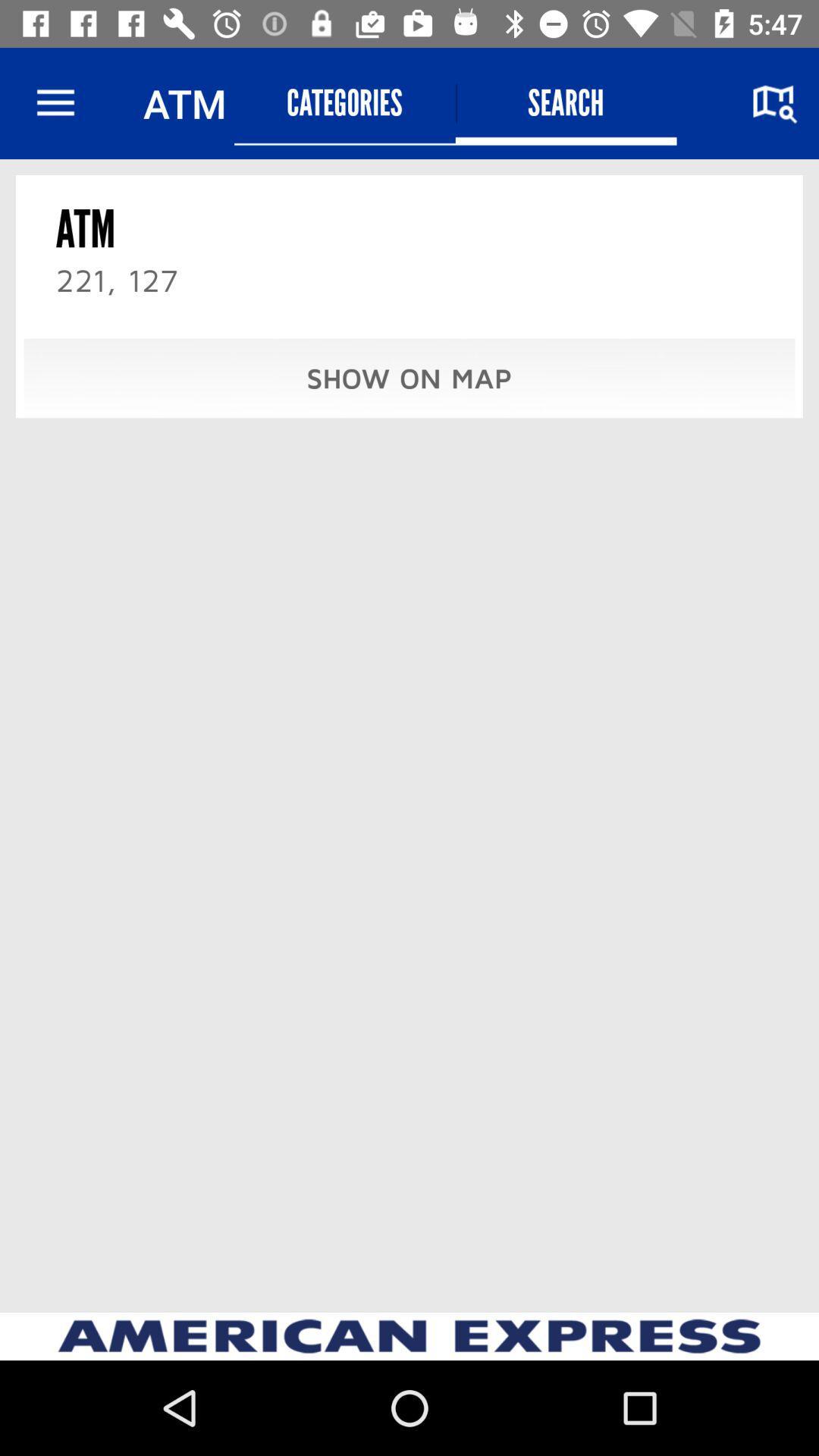  Describe the element at coordinates (344, 102) in the screenshot. I see `item above the show on map item` at that location.